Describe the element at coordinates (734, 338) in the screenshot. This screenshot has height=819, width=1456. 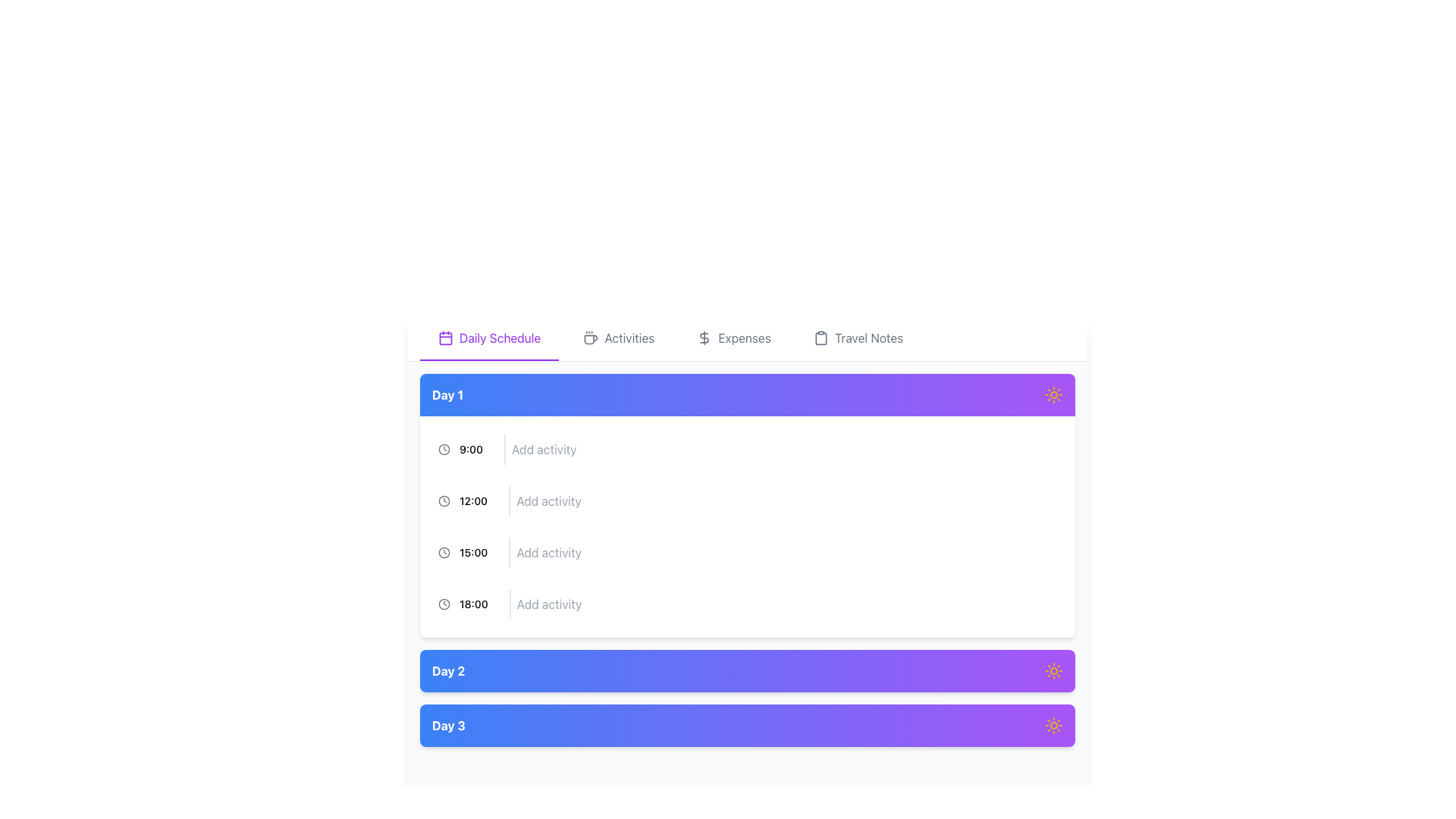
I see `the 'Expenses' button in the horizontal navigation menu` at that location.